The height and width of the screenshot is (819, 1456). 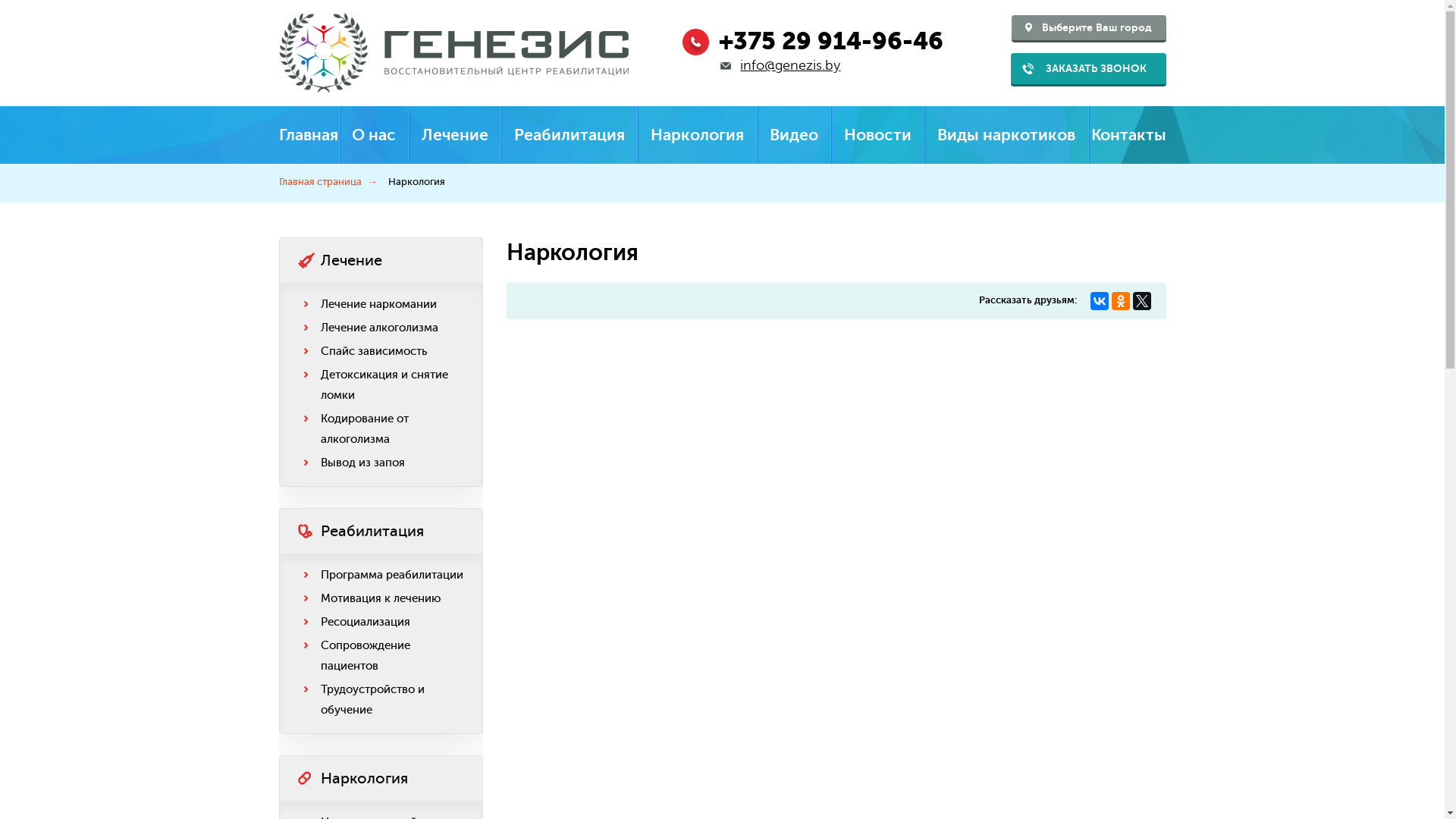 I want to click on 'Twitter', so click(x=1142, y=301).